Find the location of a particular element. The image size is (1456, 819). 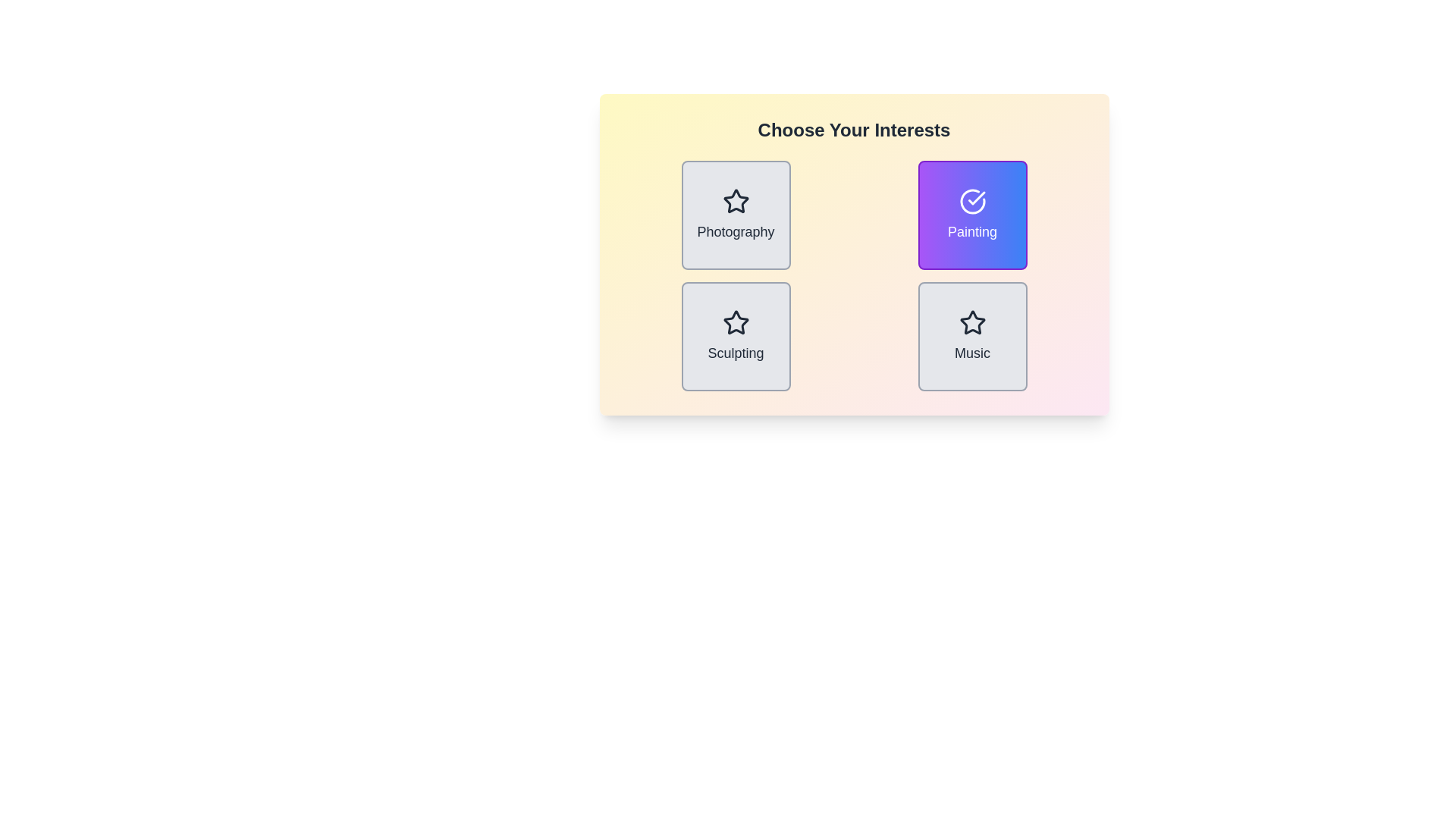

the item labeled Photography by clicking its button is located at coordinates (736, 215).